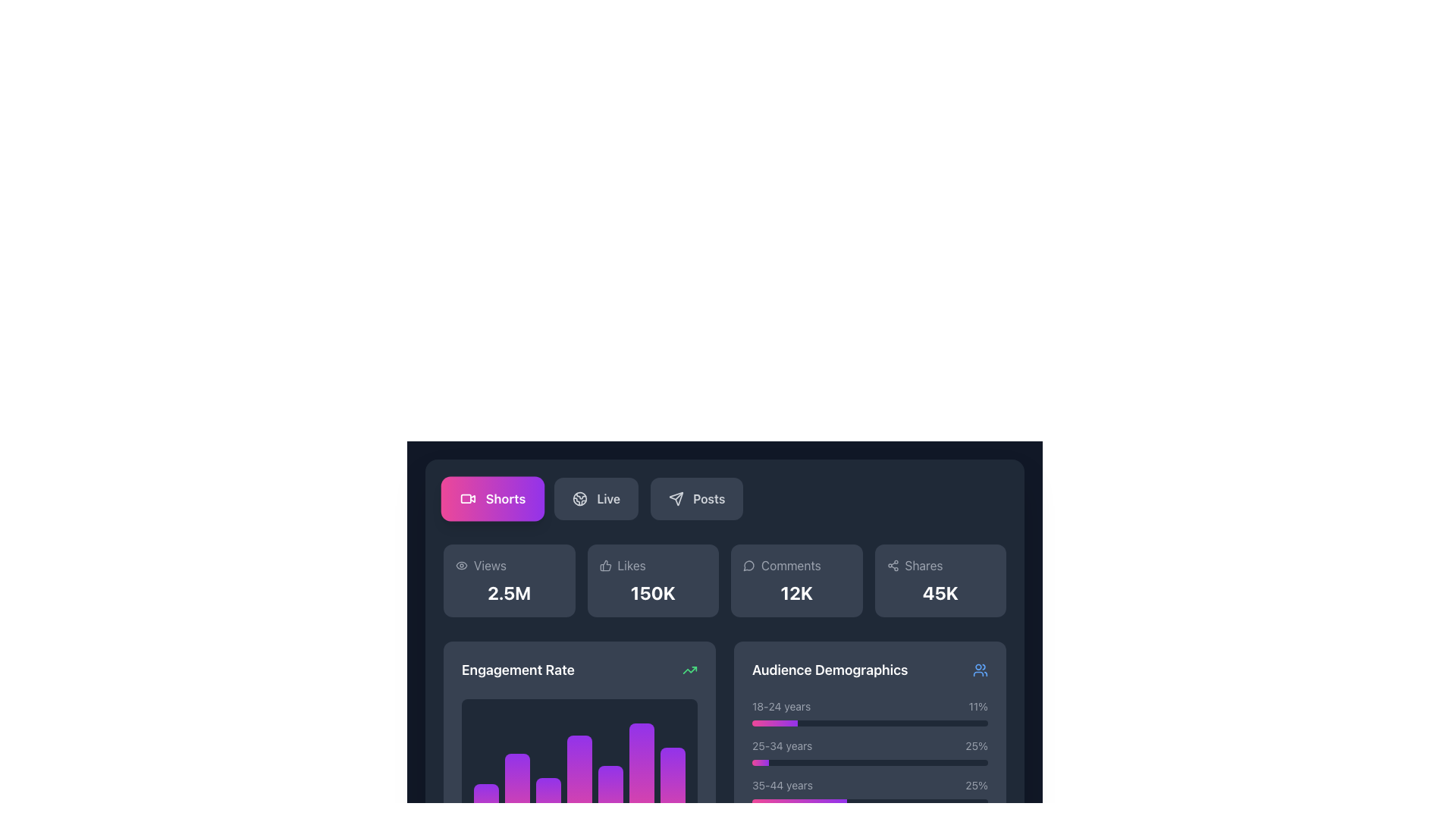 Image resolution: width=1456 pixels, height=819 pixels. Describe the element at coordinates (490, 565) in the screenshot. I see `the text label element displaying 'Views' in gray color, which is positioned to the right of an eye icon and above the numeric value representing view counts` at that location.